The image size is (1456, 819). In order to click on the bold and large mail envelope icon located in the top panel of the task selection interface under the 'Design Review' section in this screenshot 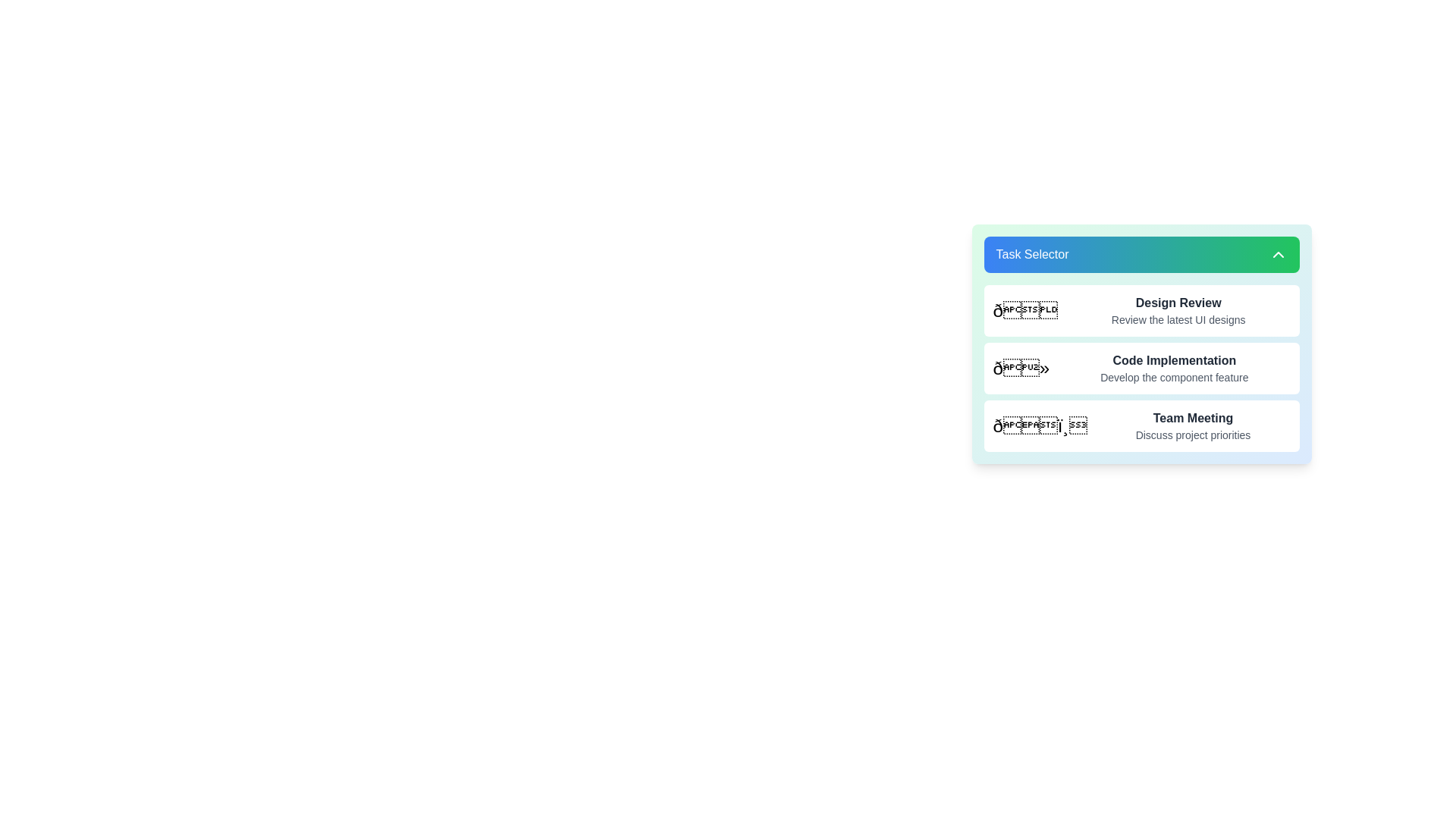, I will do `click(1025, 309)`.